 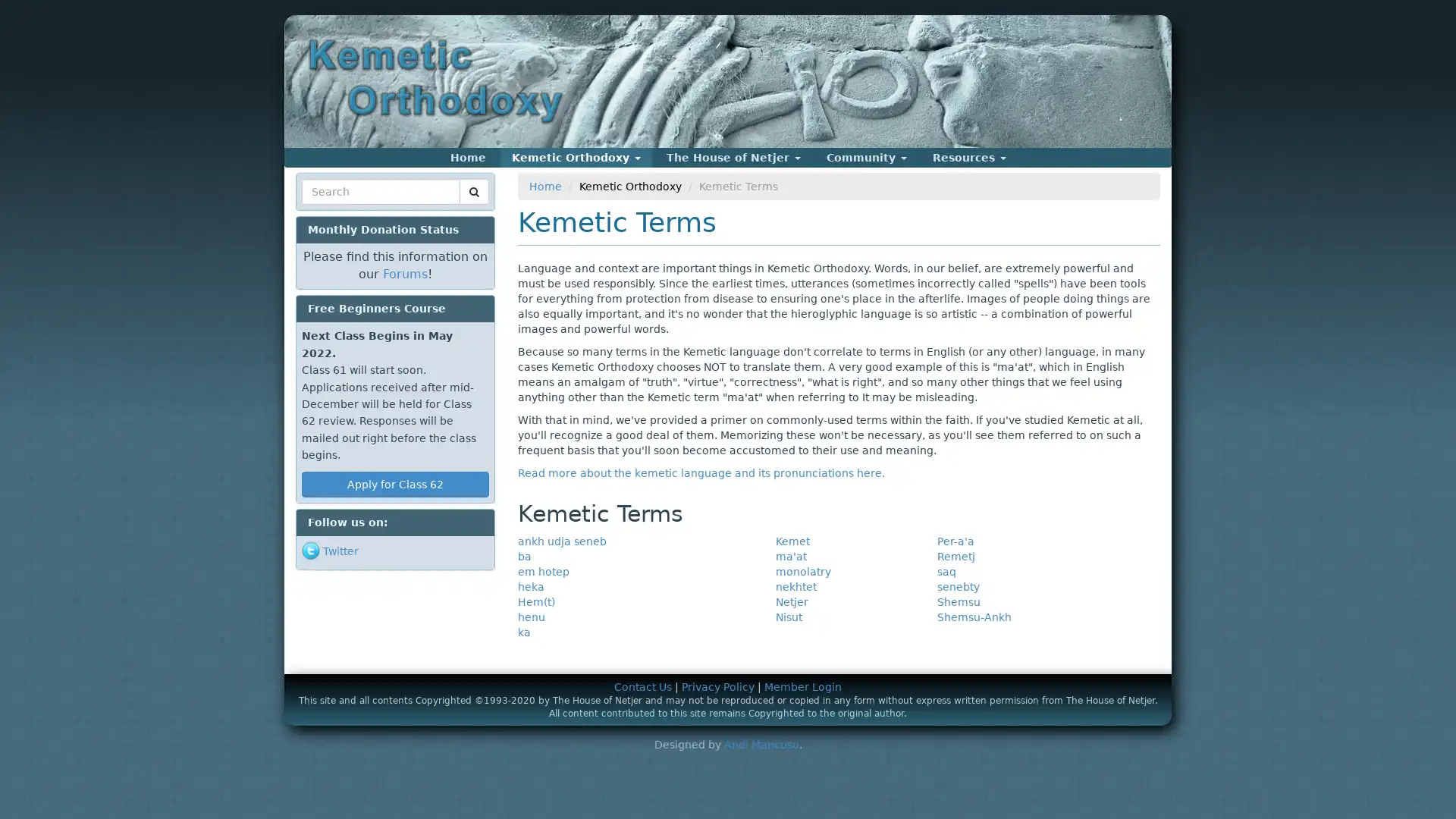 What do you see at coordinates (330, 210) in the screenshot?
I see `Search` at bounding box center [330, 210].